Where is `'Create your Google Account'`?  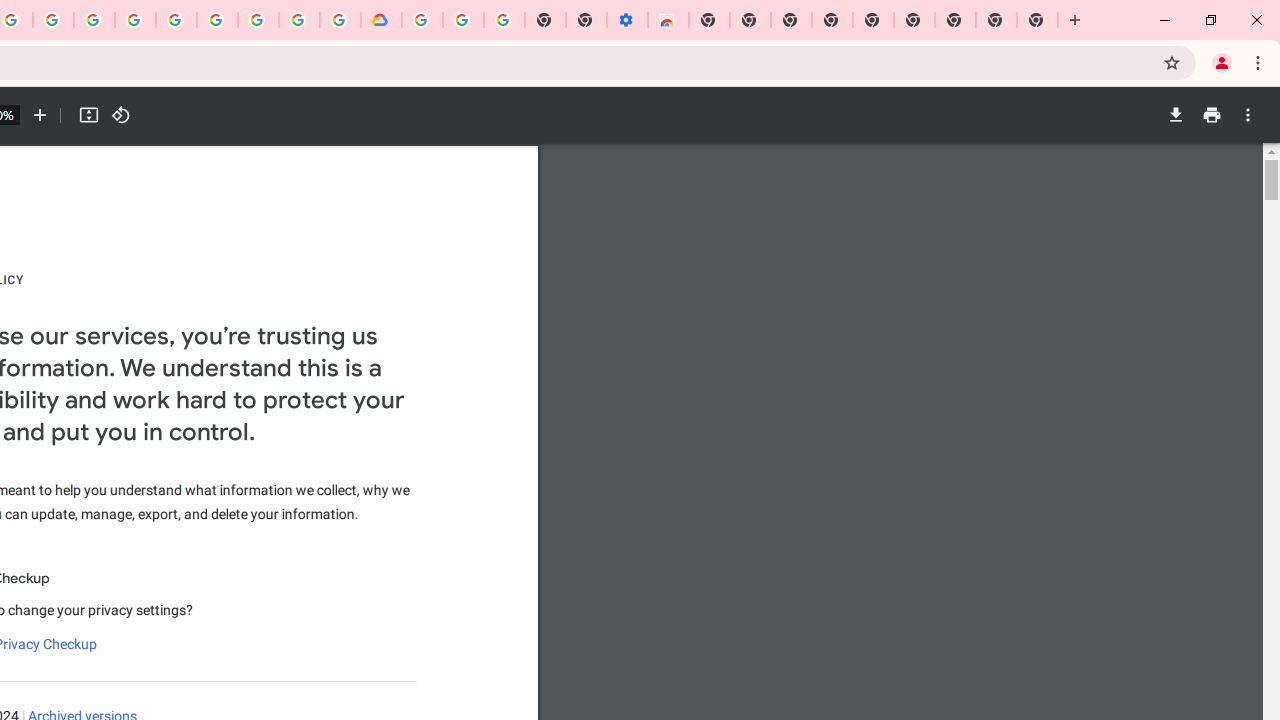
'Create your Google Account' is located at coordinates (53, 20).